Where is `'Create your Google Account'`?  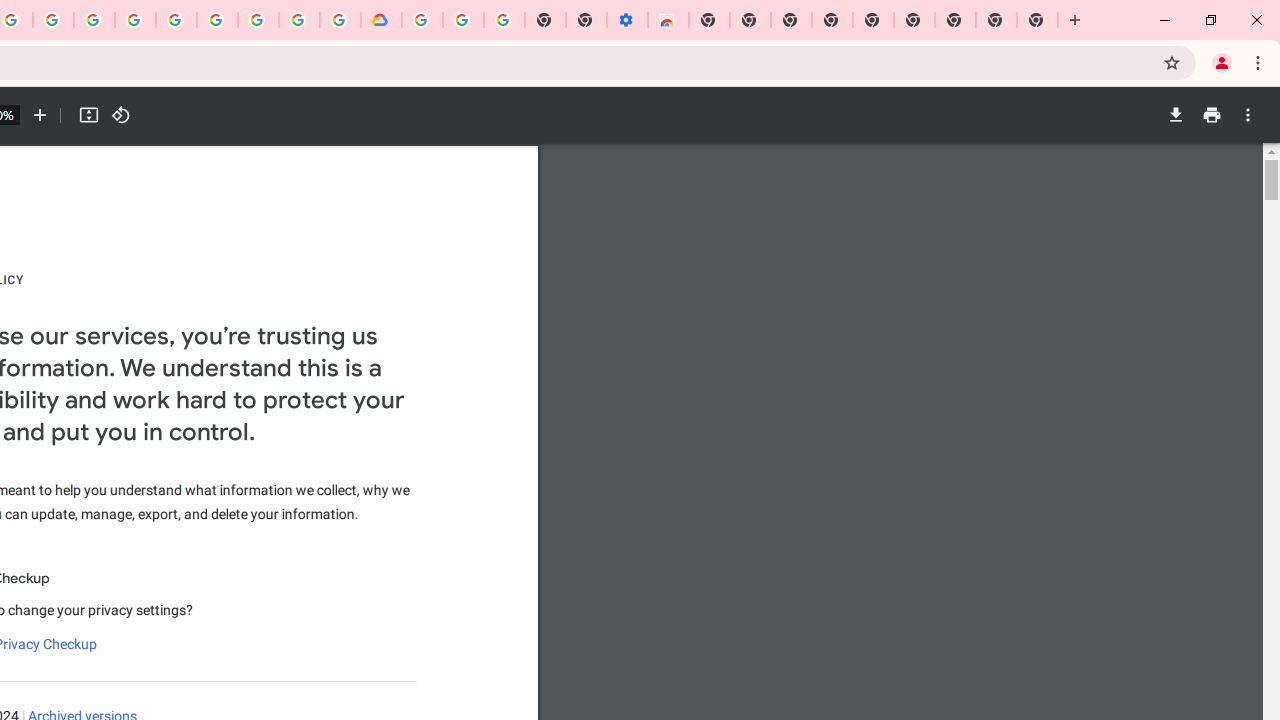
'Create your Google Account' is located at coordinates (53, 20).